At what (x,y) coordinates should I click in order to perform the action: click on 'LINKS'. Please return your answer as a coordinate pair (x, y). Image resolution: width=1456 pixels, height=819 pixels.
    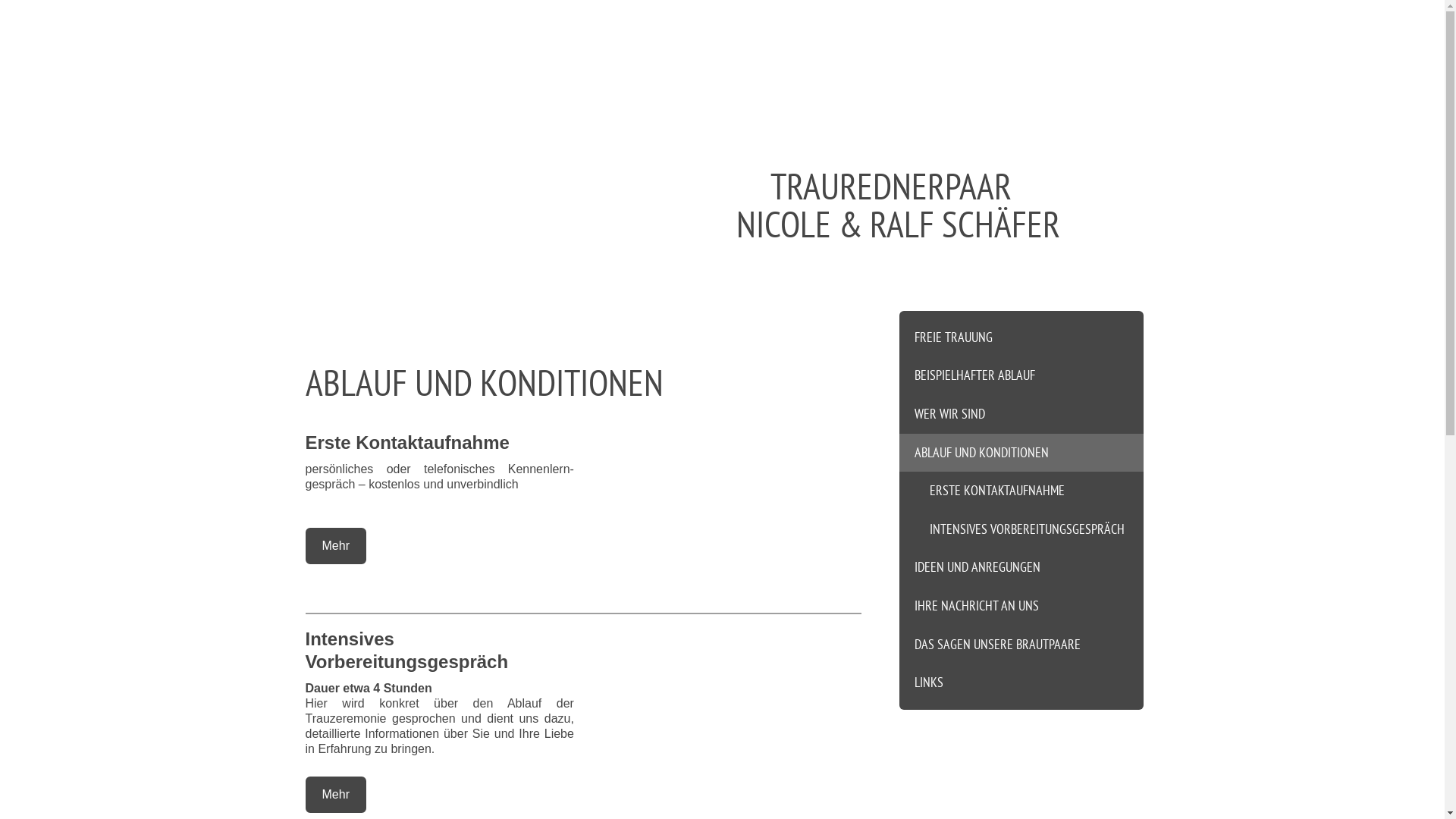
    Looking at the image, I should click on (1021, 686).